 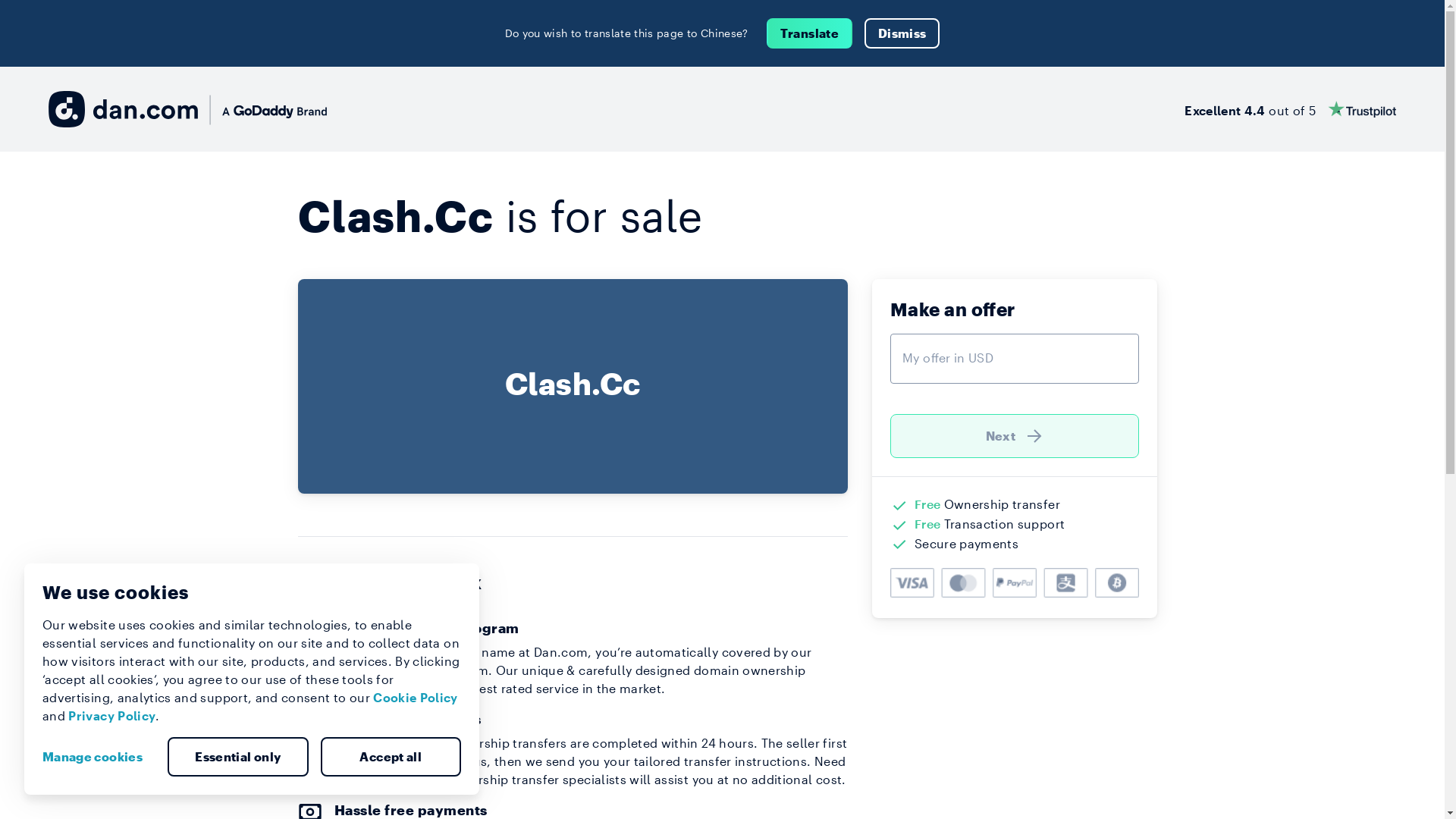 I want to click on 'Translate', so click(x=808, y=33).